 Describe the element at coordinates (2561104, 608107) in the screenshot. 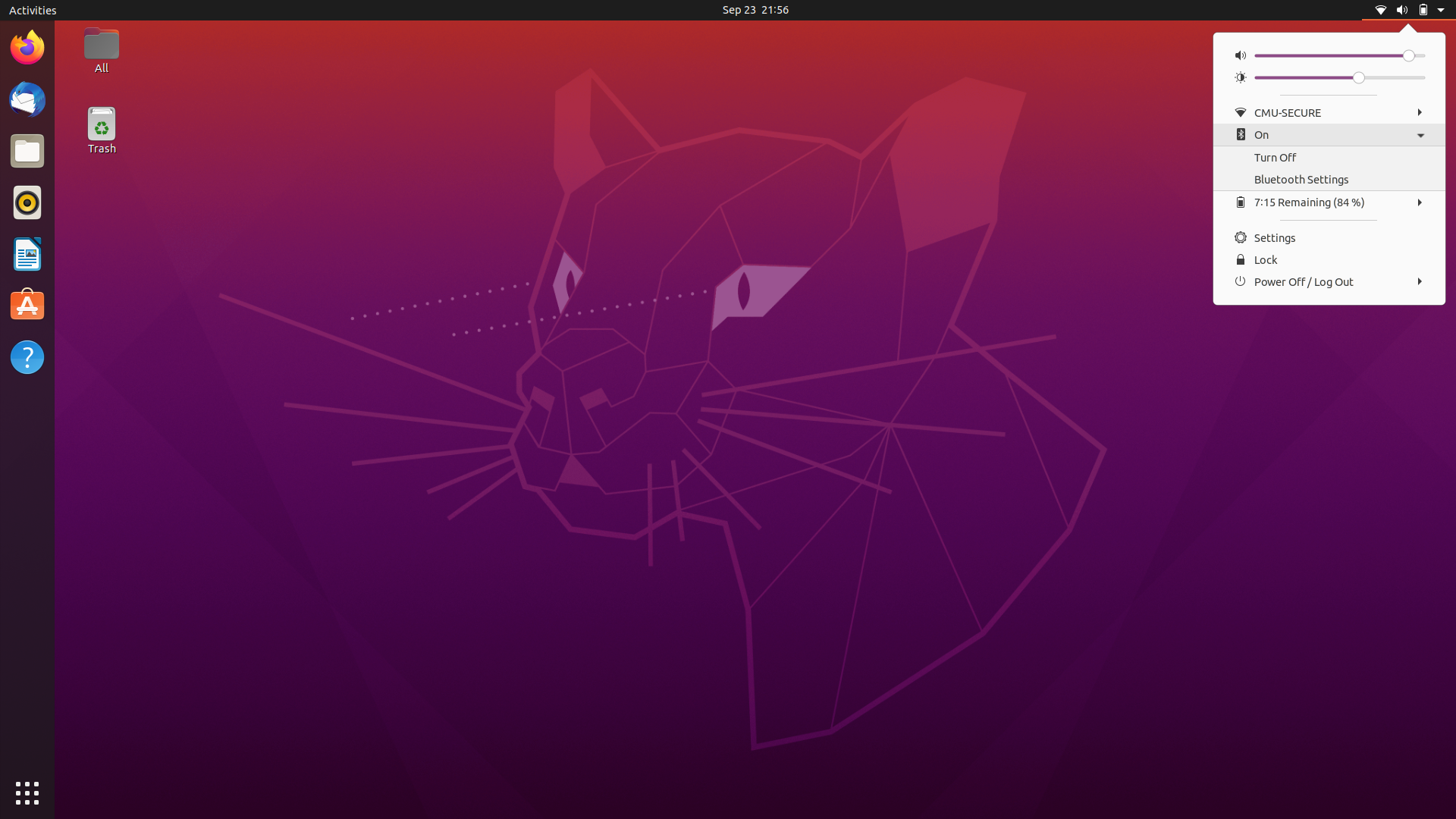

I see `the right-click menu on the desktop` at that location.